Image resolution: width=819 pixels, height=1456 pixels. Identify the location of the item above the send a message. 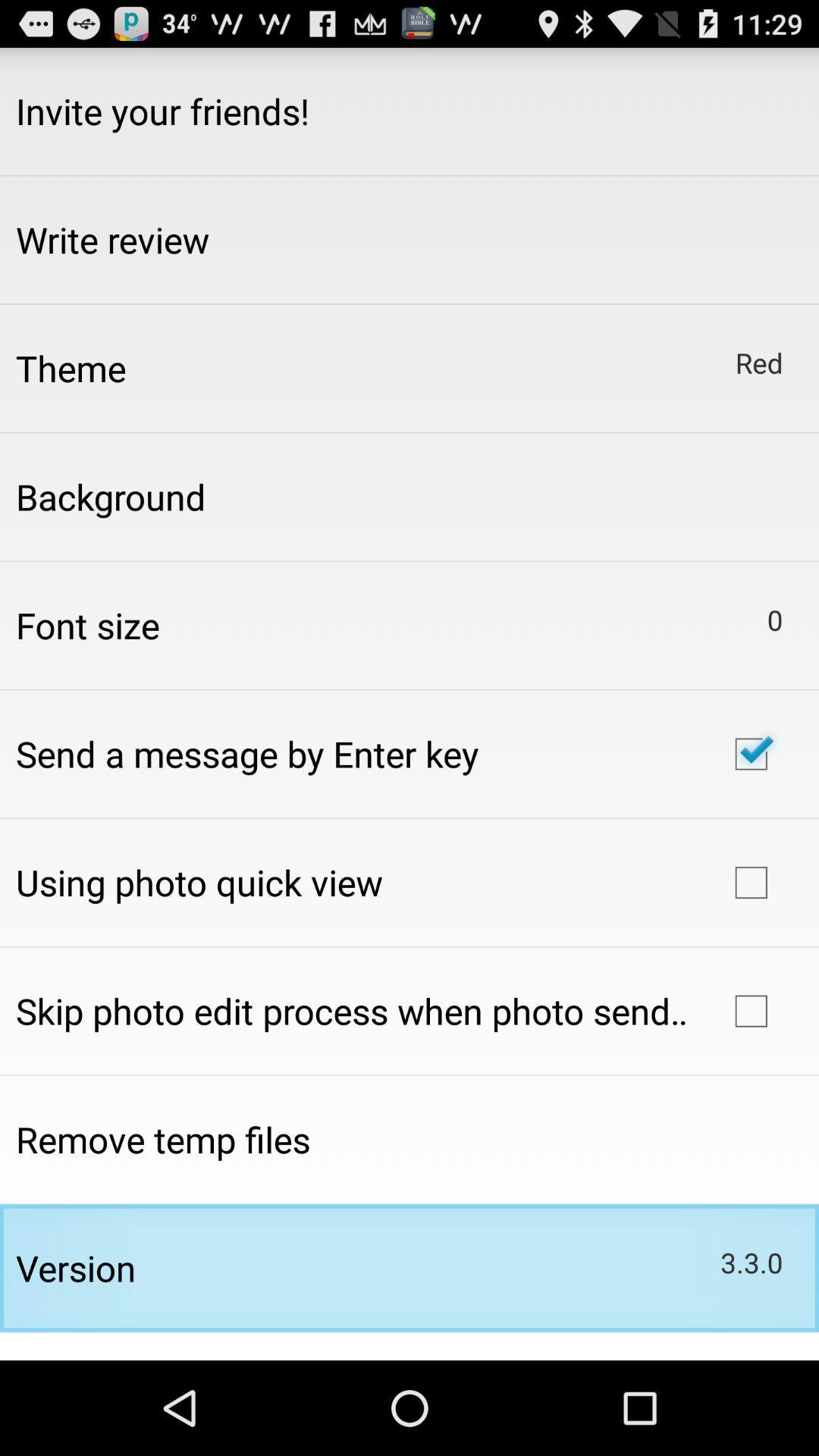
(87, 625).